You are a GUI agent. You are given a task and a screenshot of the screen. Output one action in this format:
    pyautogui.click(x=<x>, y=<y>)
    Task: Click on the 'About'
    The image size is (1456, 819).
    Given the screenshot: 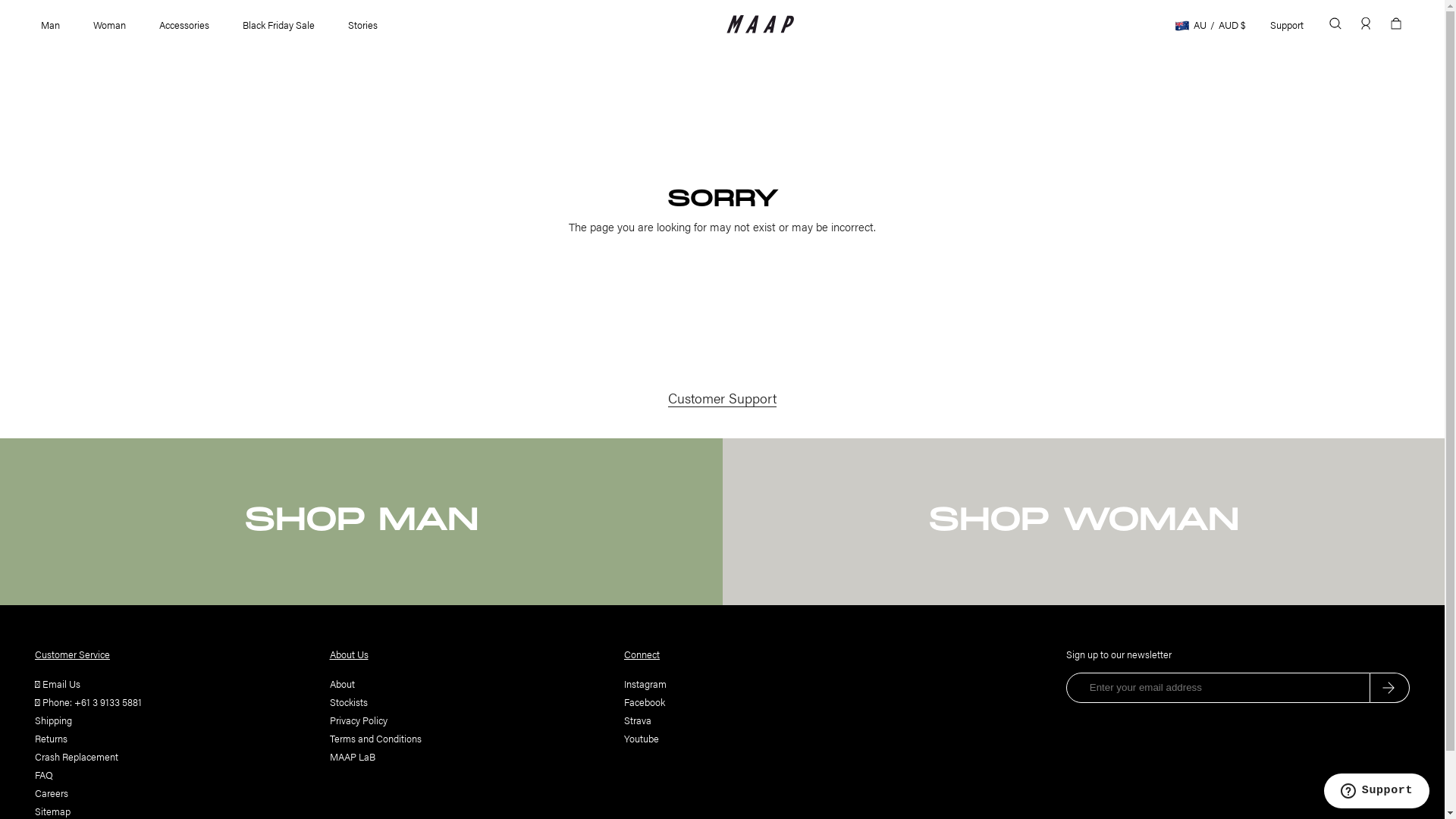 What is the action you would take?
    pyautogui.click(x=340, y=683)
    